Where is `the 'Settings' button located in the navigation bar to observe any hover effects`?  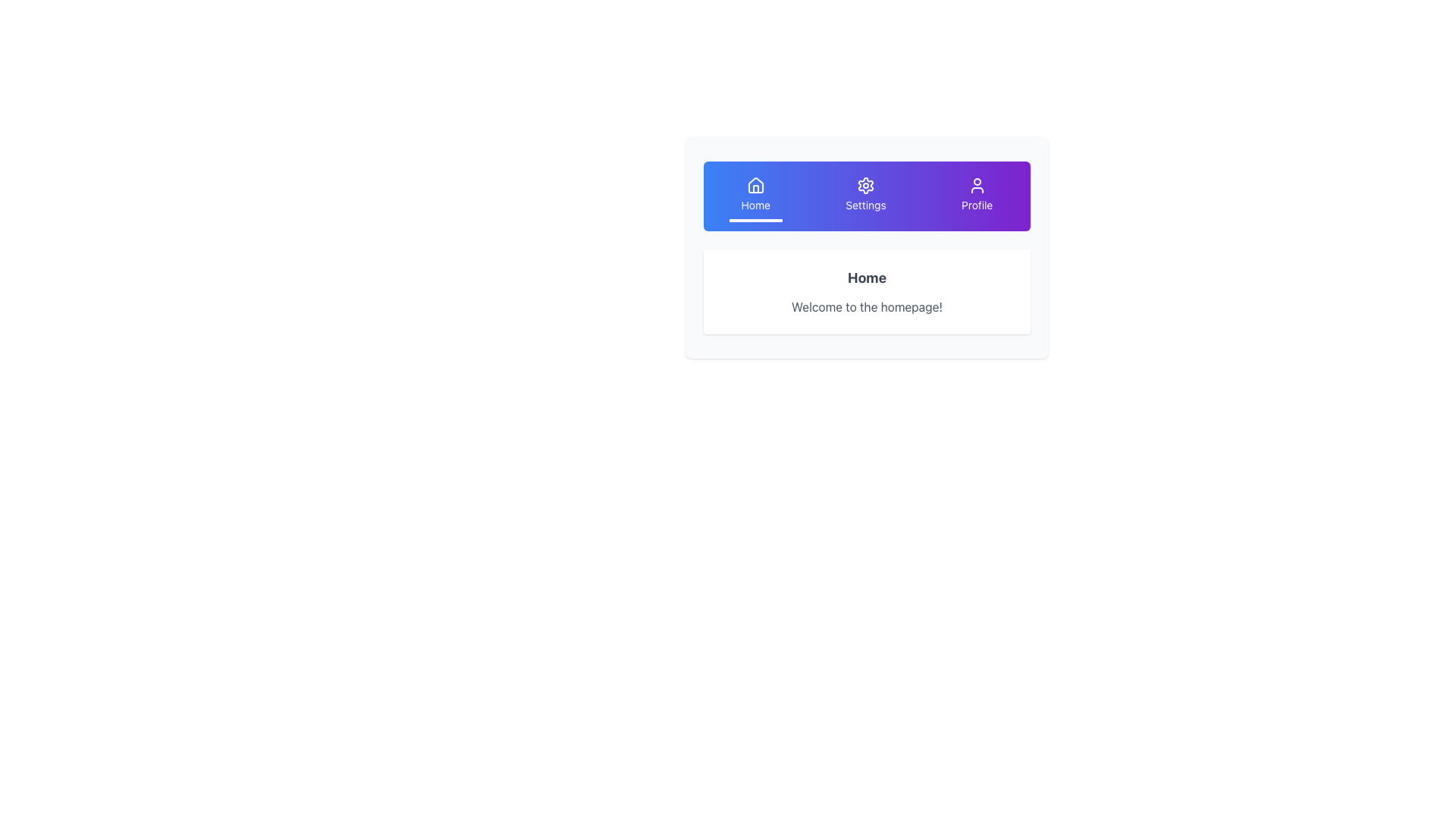
the 'Settings' button located in the navigation bar to observe any hover effects is located at coordinates (866, 195).